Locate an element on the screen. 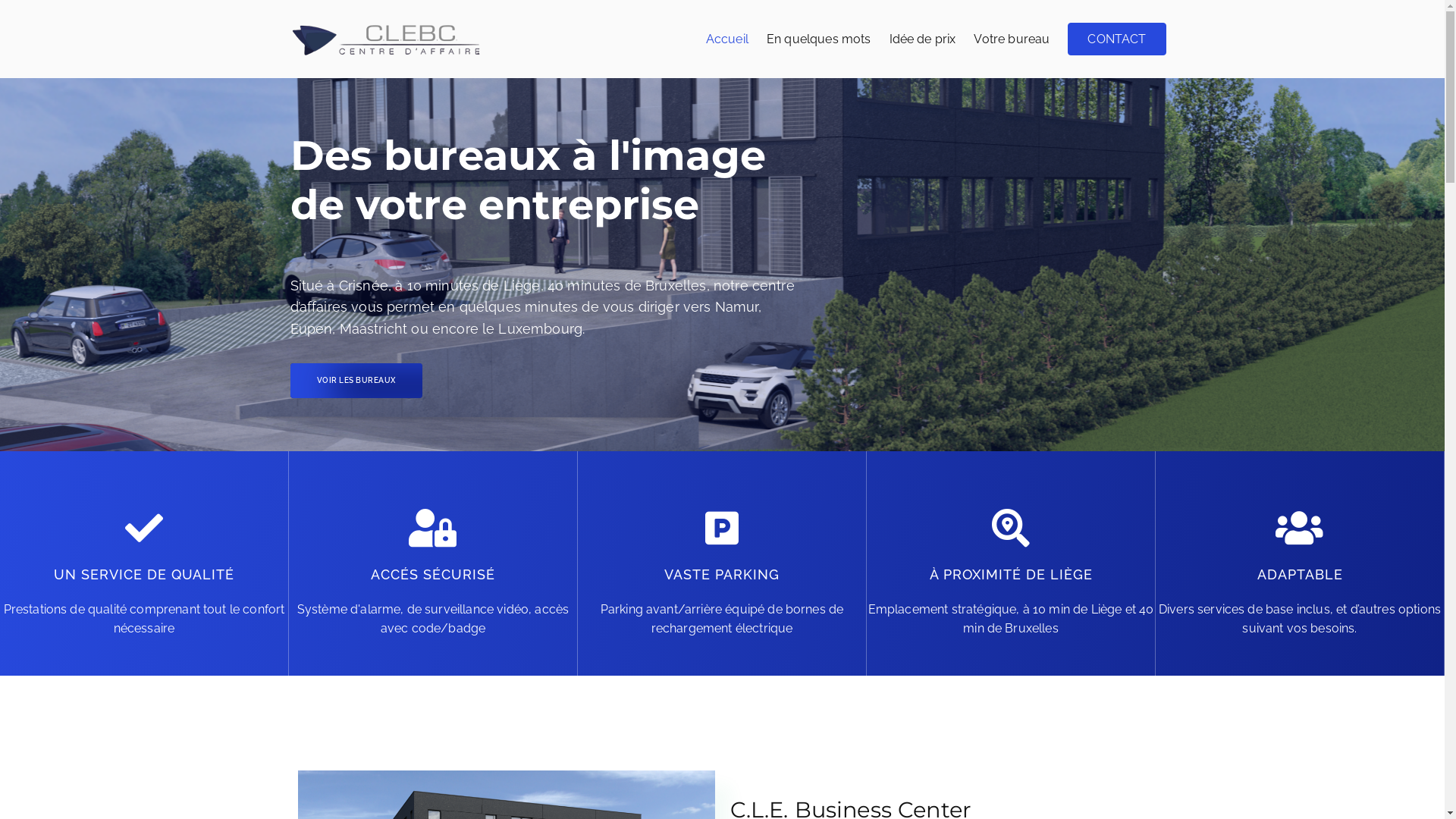 This screenshot has width=1456, height=819. 'CONTACT' is located at coordinates (1116, 38).